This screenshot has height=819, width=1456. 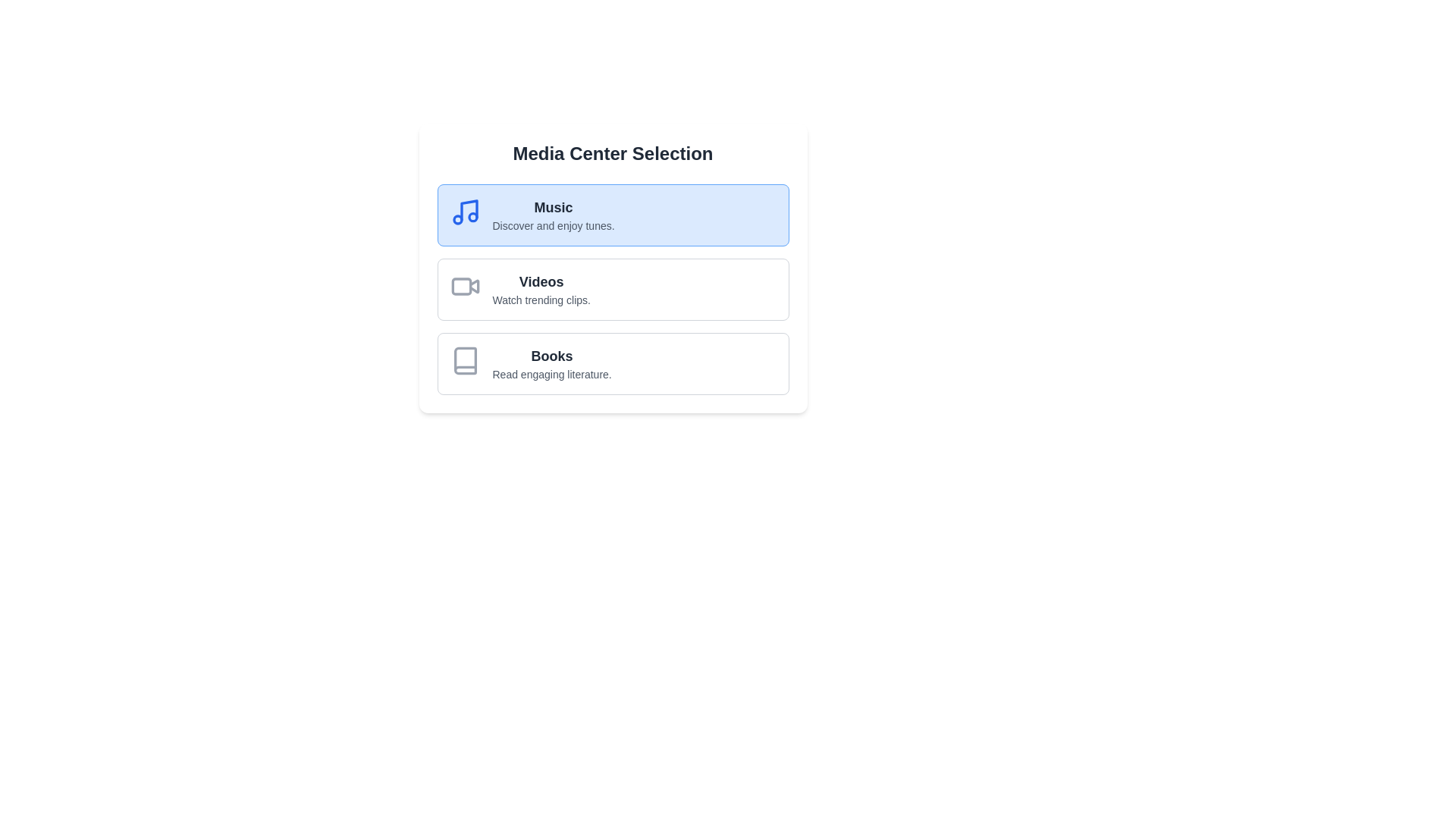 I want to click on the text element displaying 'Music', so click(x=552, y=207).